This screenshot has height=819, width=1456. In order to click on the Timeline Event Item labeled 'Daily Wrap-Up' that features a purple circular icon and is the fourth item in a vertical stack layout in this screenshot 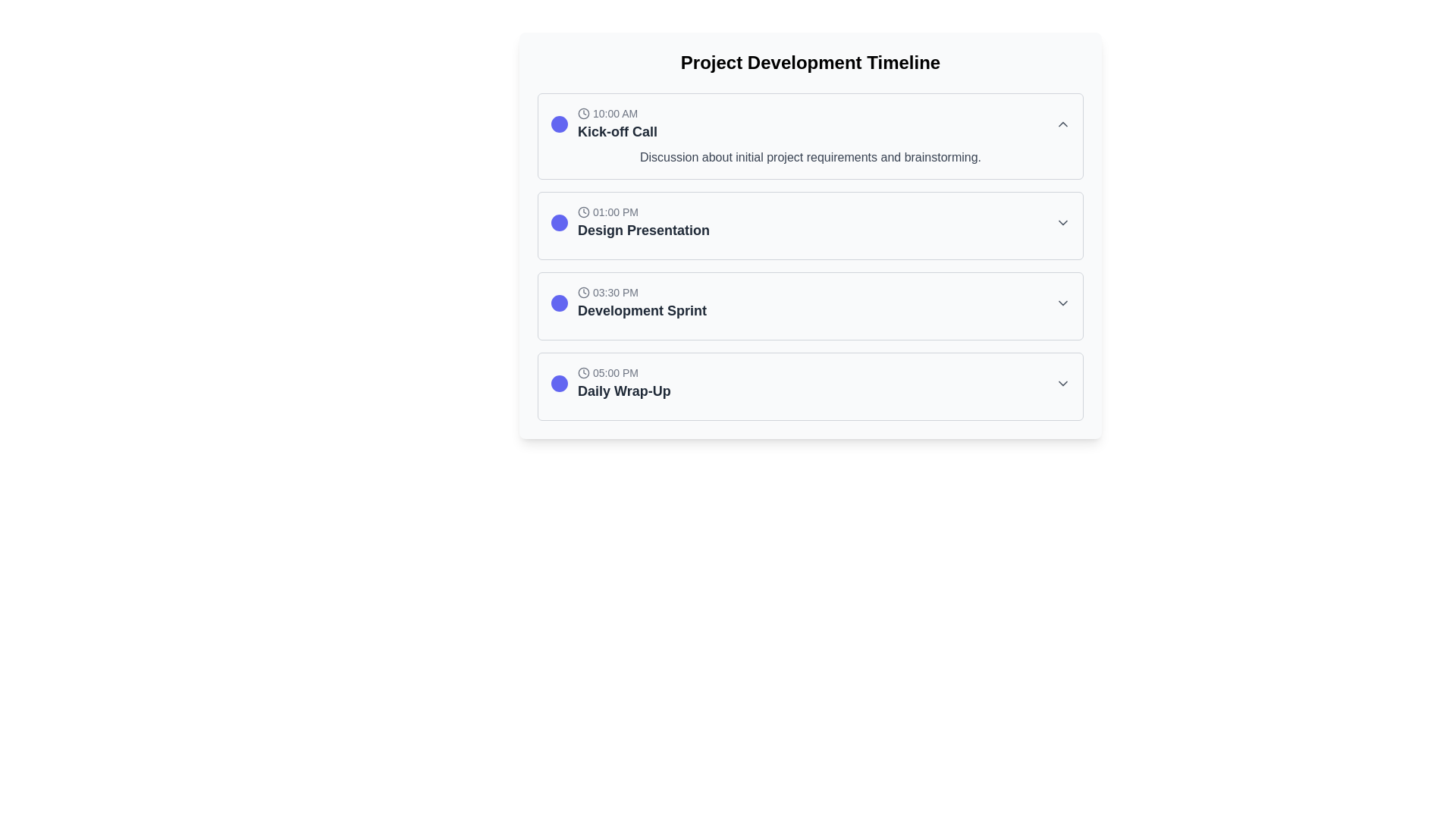, I will do `click(610, 382)`.